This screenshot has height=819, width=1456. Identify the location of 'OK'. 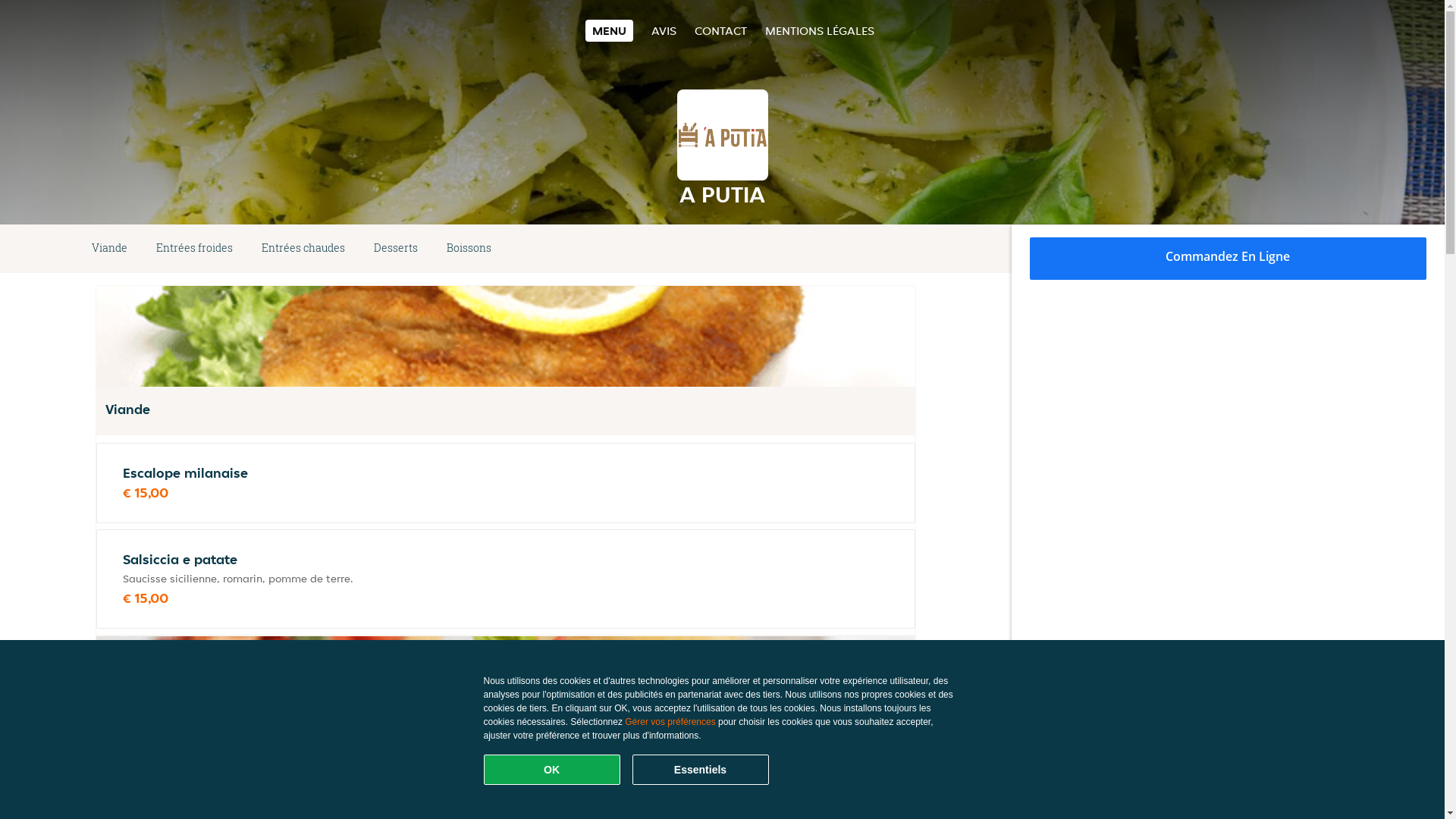
(483, 769).